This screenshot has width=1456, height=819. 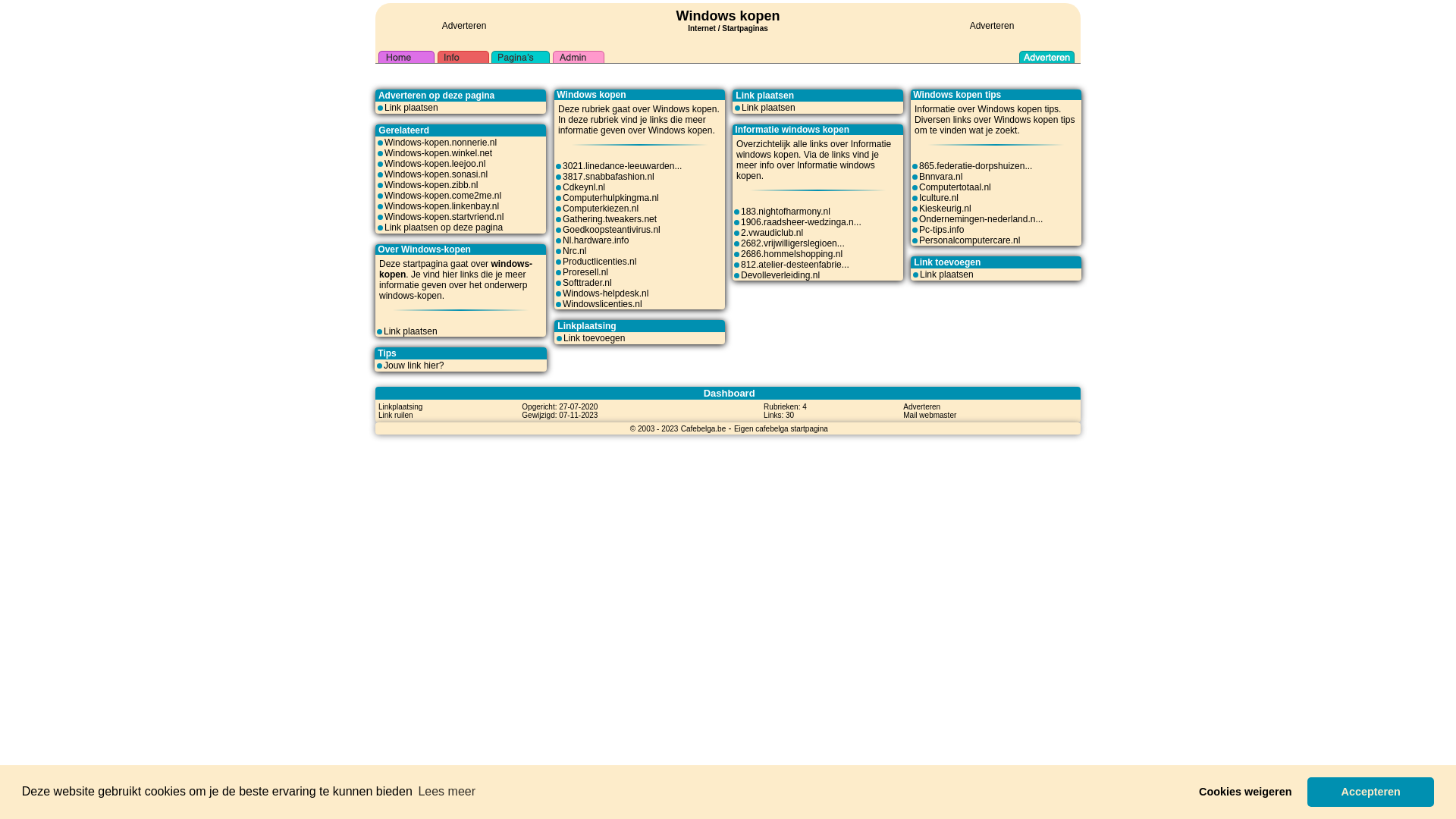 I want to click on 'Lees meer', so click(x=415, y=791).